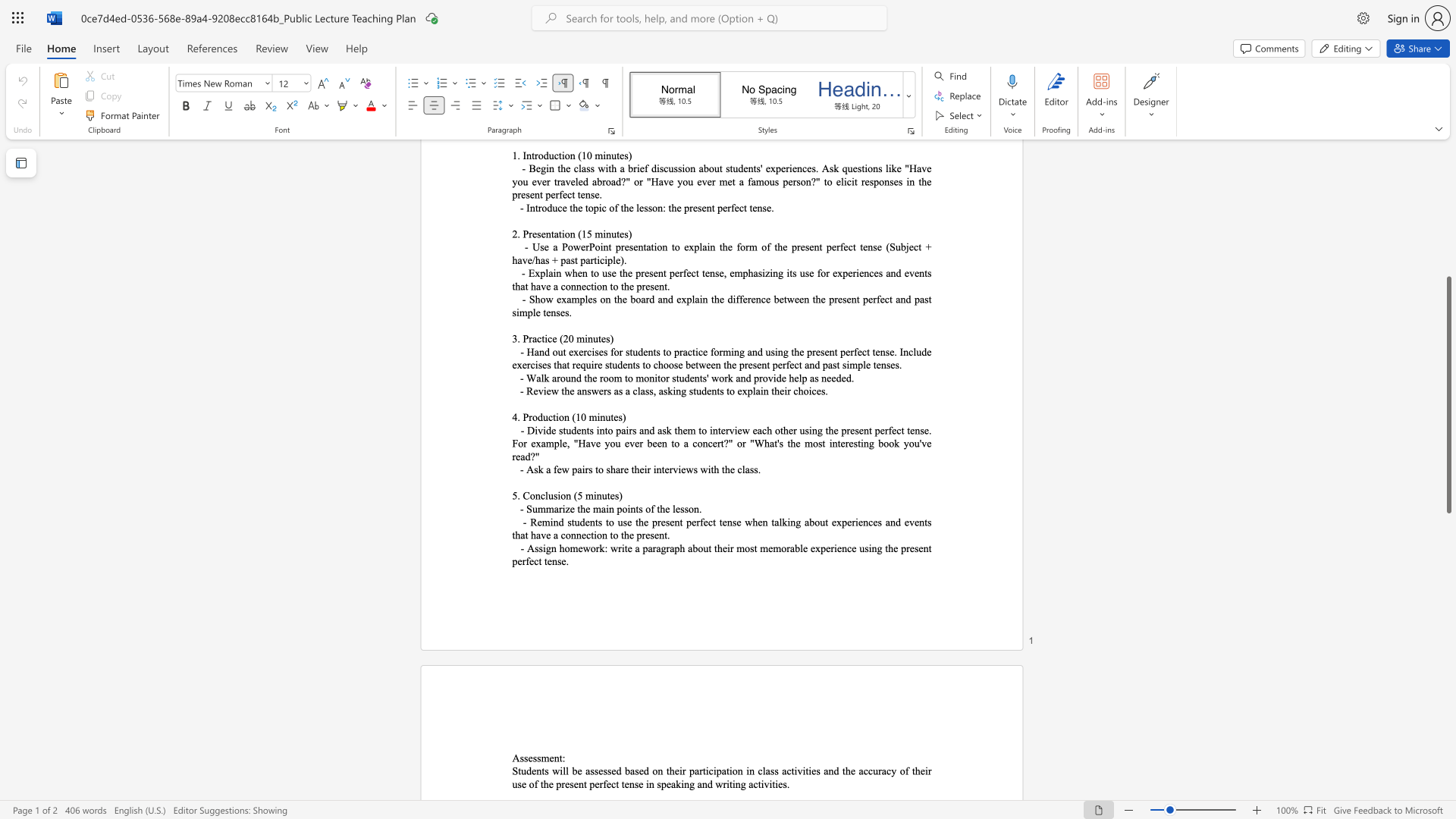 The height and width of the screenshot is (819, 1456). Describe the element at coordinates (919, 770) in the screenshot. I see `the subset text "eir use of the pre" within the text "Students will be assessed based on their participation in class activities and the accuracy of their use of the present perfect tense in speaking and writing activities."` at that location.